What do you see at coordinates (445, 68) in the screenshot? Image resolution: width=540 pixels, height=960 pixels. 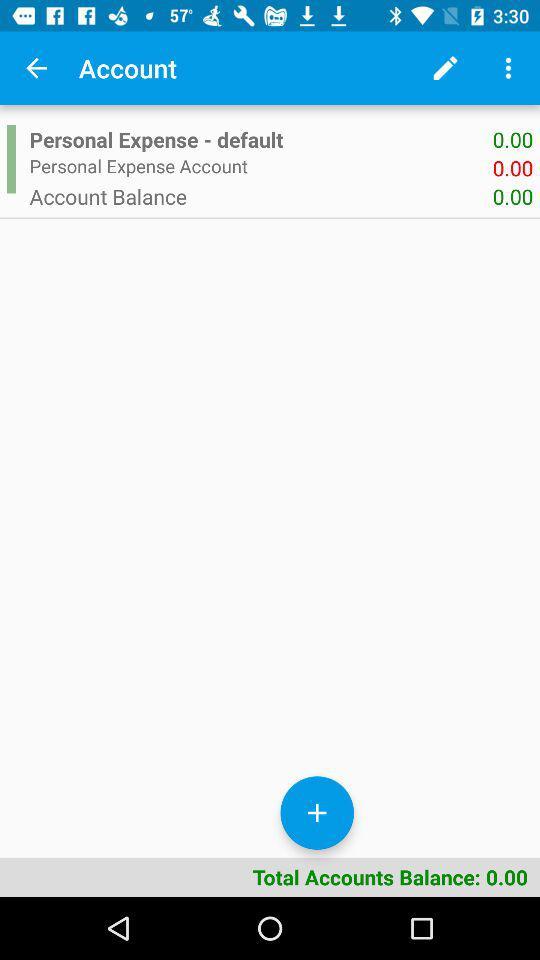 I see `the item above personal expense - default icon` at bounding box center [445, 68].